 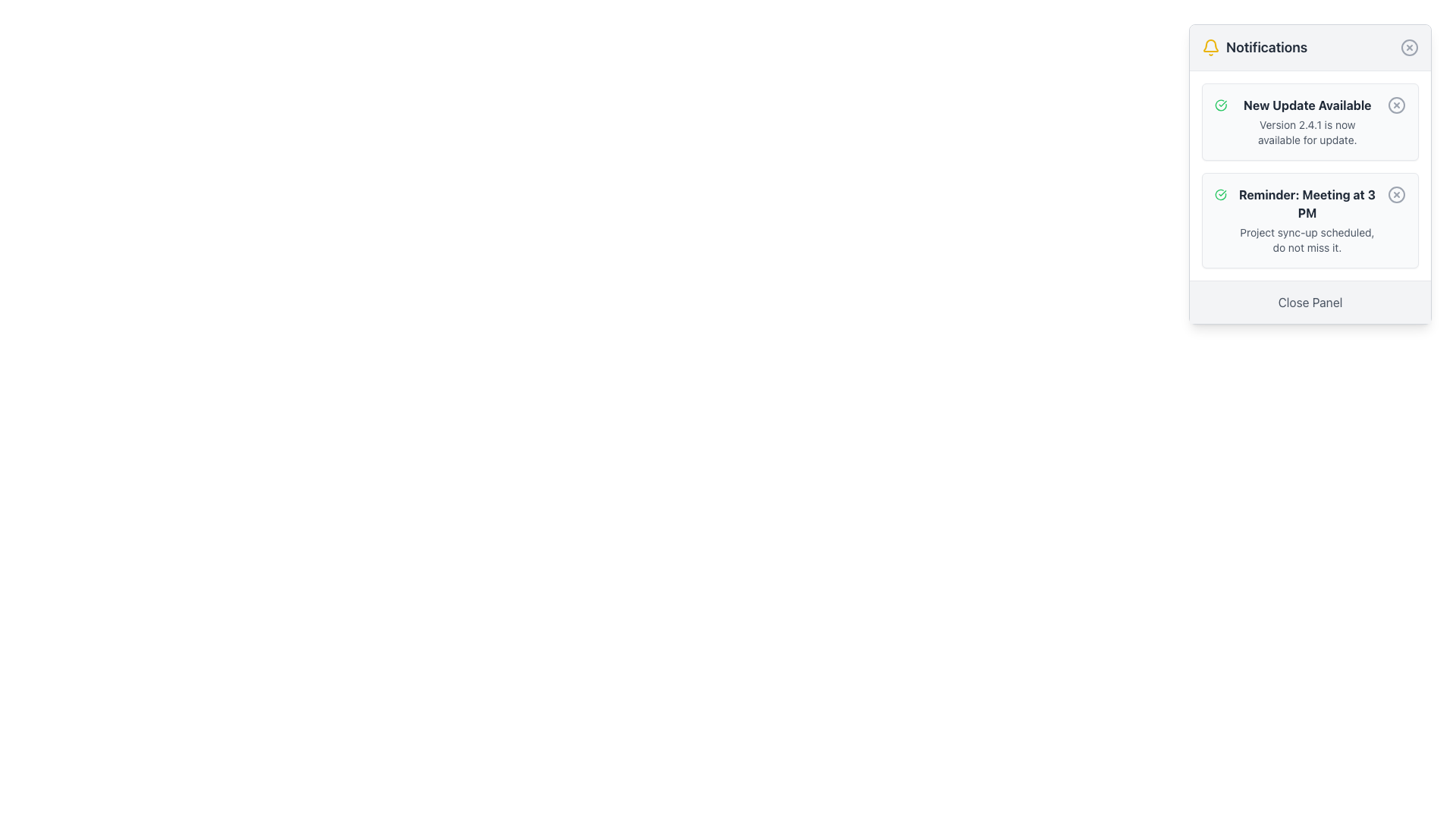 What do you see at coordinates (1408, 46) in the screenshot?
I see `the circular close button in the top-right corner of the notifications panel, which is part of an SVG icon with a gray border` at bounding box center [1408, 46].